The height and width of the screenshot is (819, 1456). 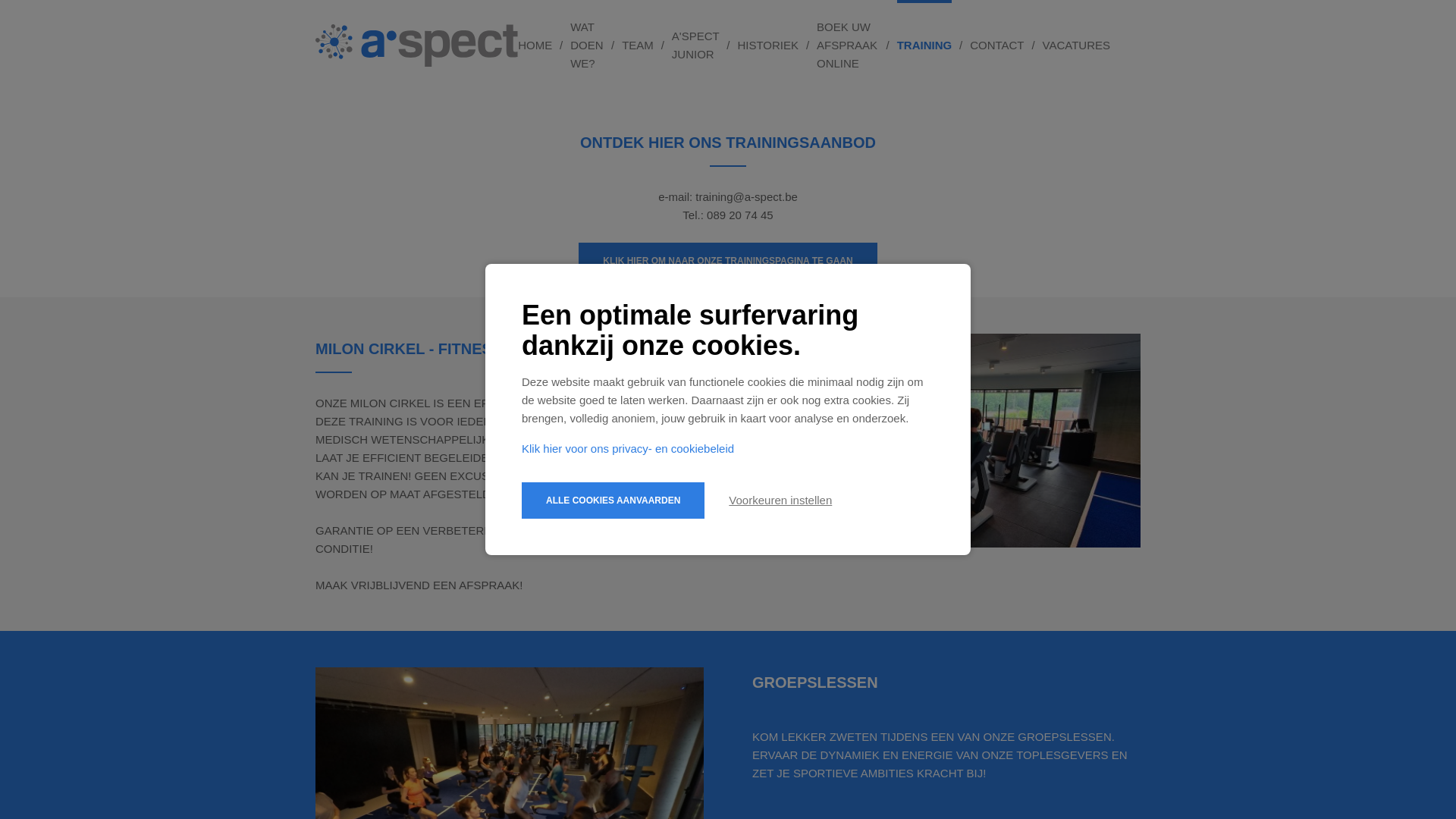 What do you see at coordinates (996, 45) in the screenshot?
I see `'CONTACT'` at bounding box center [996, 45].